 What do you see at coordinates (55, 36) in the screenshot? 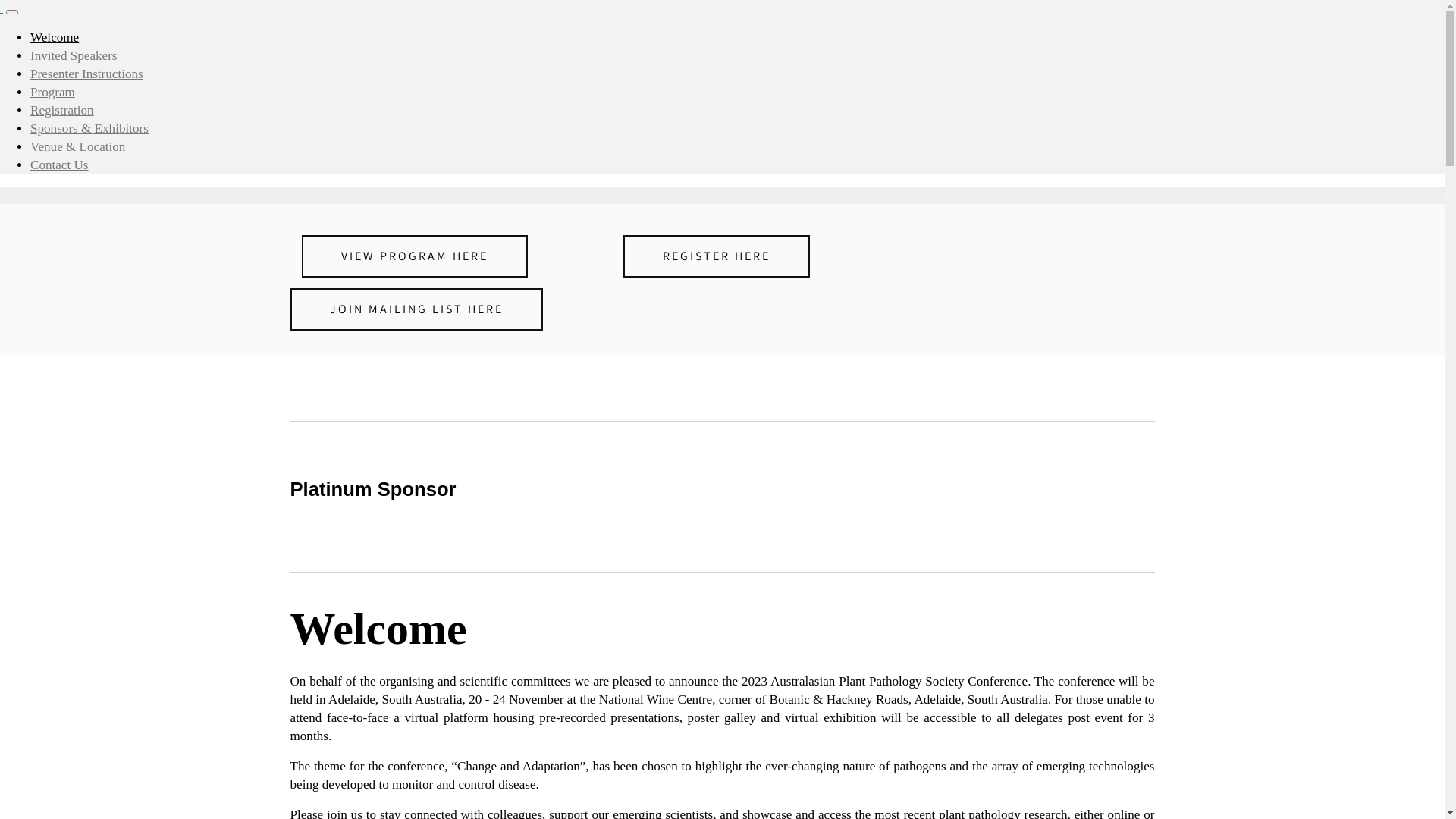
I see `'Welcome'` at bounding box center [55, 36].